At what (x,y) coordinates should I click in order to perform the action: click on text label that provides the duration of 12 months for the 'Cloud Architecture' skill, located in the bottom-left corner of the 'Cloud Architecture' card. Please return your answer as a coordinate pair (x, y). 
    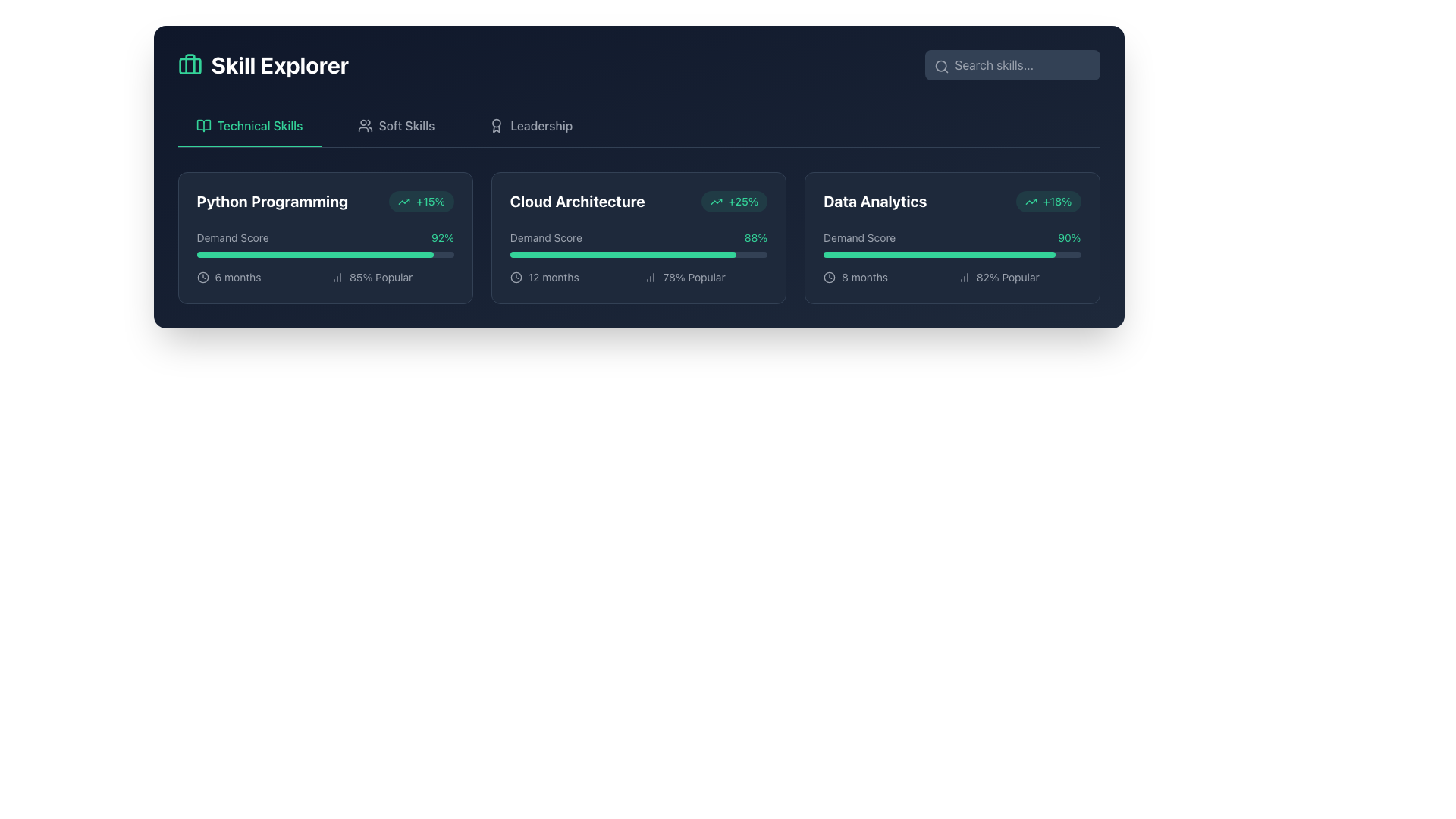
    Looking at the image, I should click on (553, 278).